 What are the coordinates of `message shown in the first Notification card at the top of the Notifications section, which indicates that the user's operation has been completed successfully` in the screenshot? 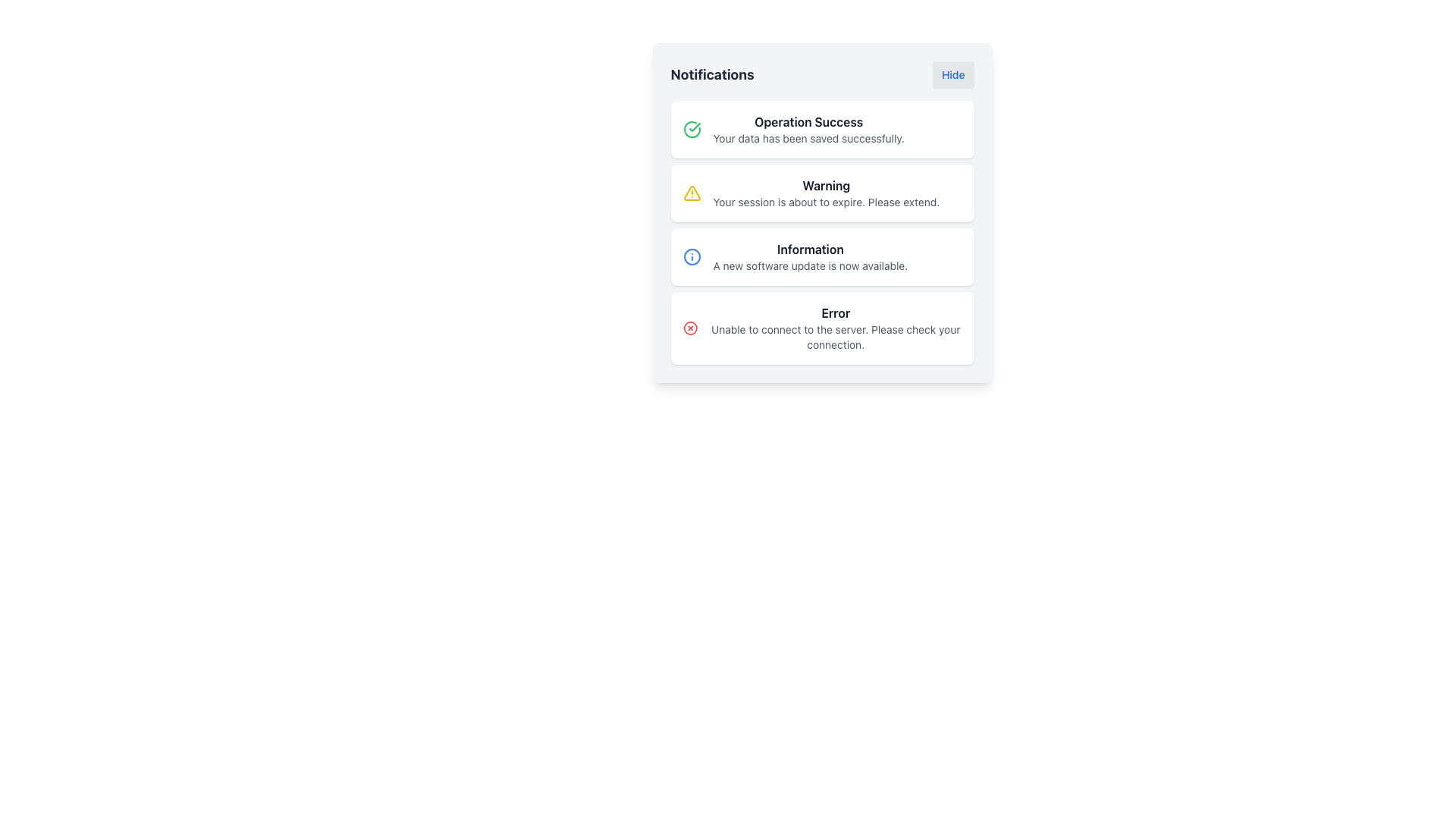 It's located at (821, 128).